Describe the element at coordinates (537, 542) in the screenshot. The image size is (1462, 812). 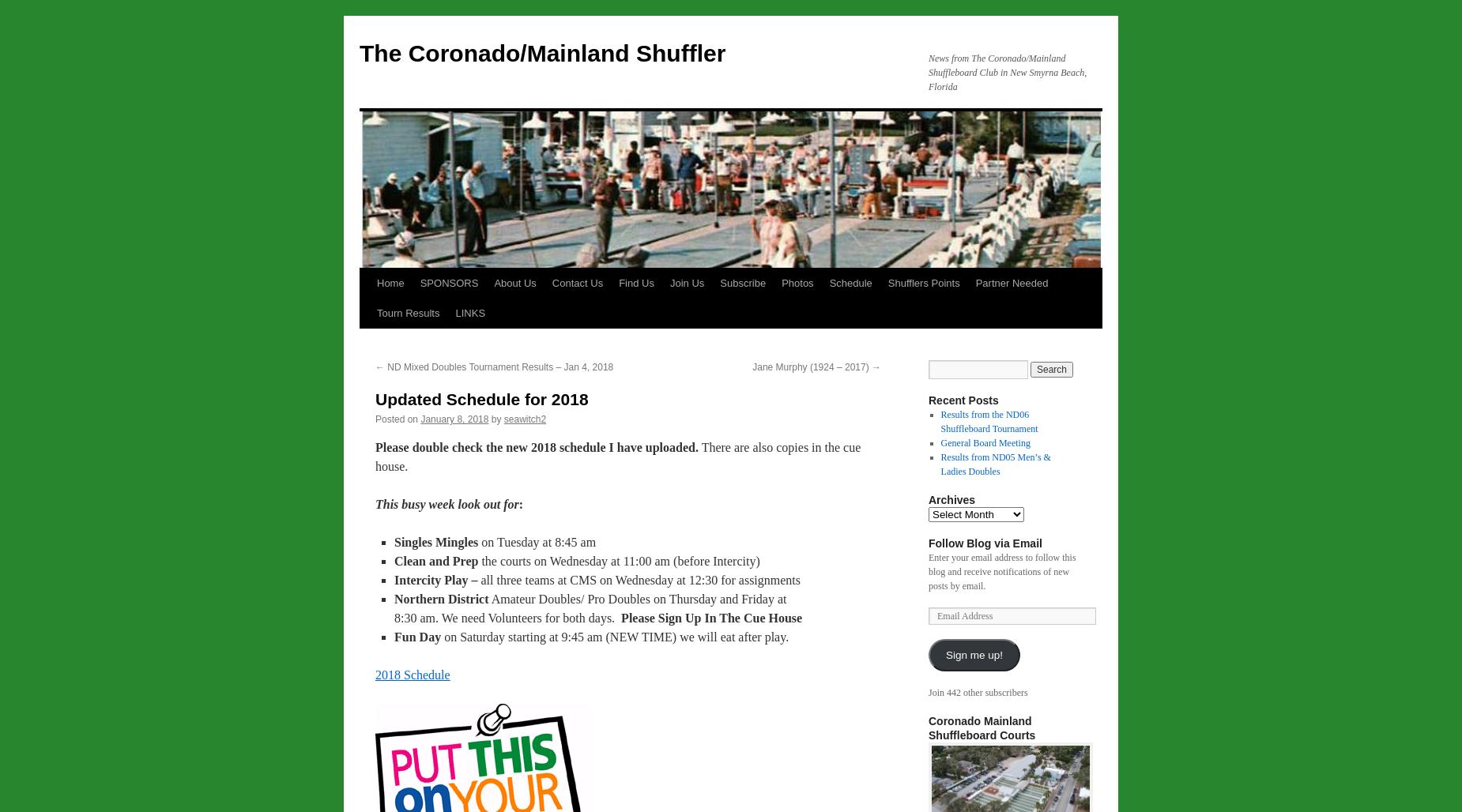
I see `'on Tuesday at 8:45 am'` at that location.